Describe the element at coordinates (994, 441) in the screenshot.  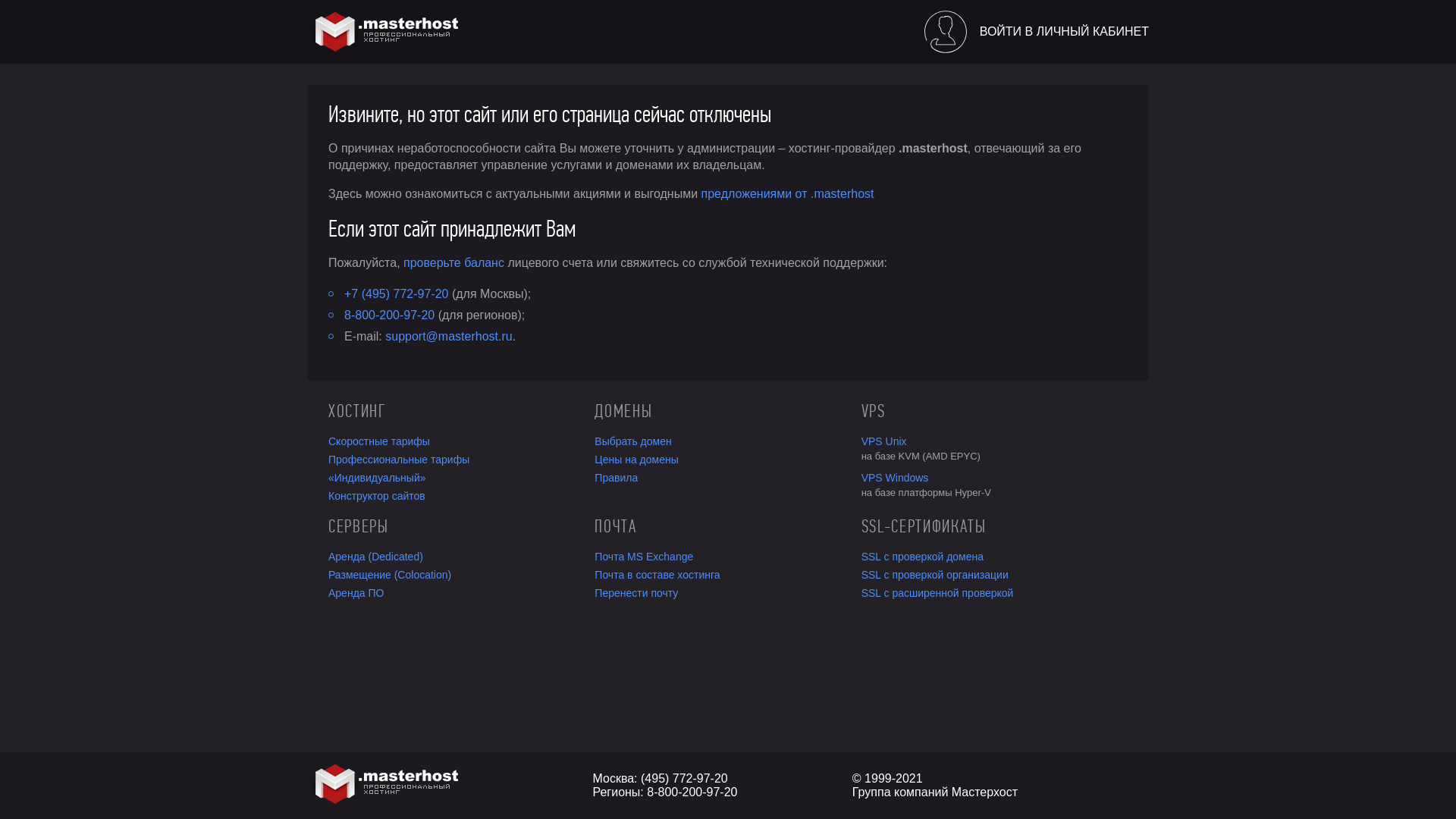
I see `'VPS Unix'` at that location.